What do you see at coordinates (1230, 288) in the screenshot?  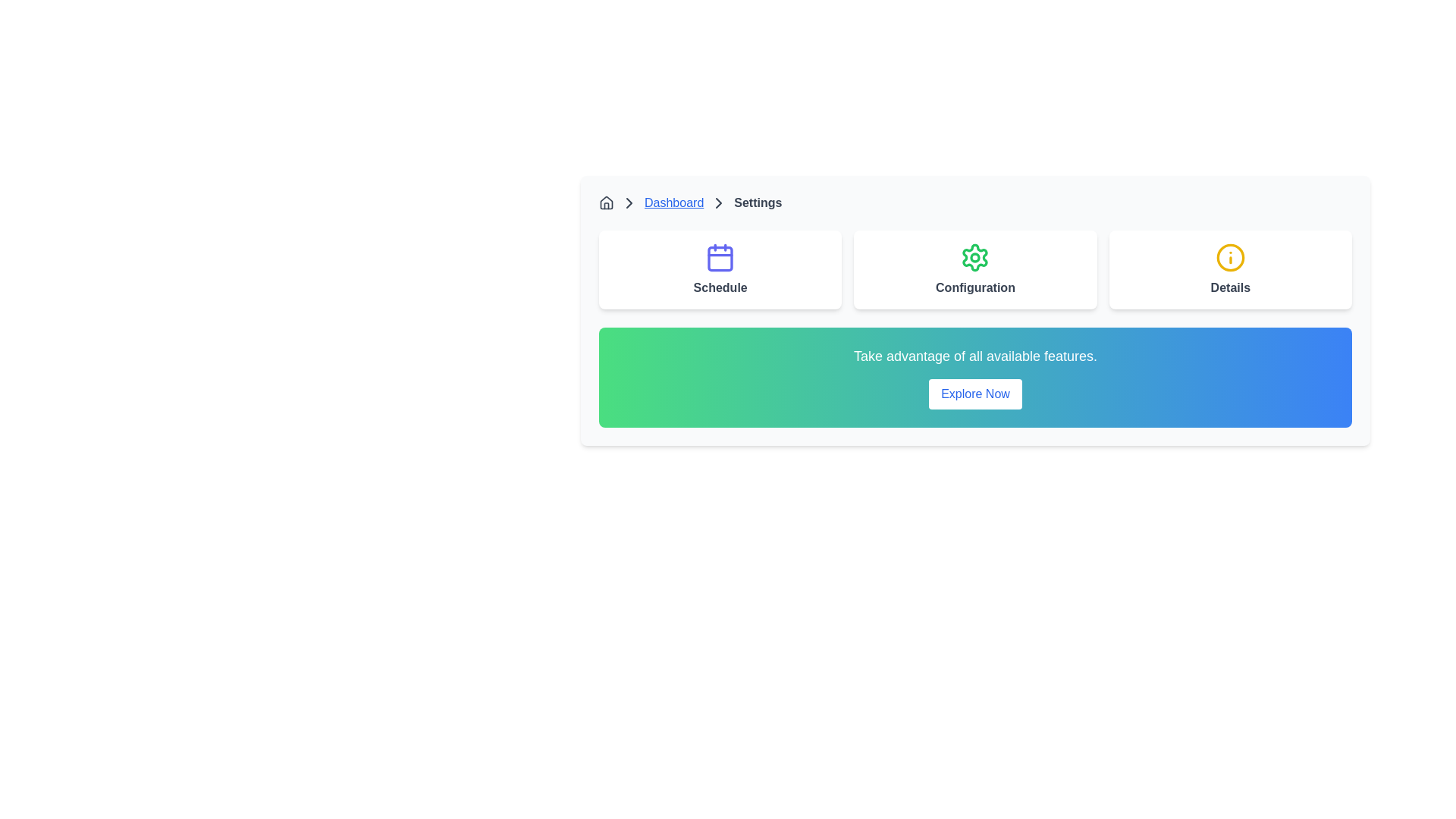 I see `'Details' text label displayed in bold gray font located in the top-right section of the interface, below the information icon` at bounding box center [1230, 288].